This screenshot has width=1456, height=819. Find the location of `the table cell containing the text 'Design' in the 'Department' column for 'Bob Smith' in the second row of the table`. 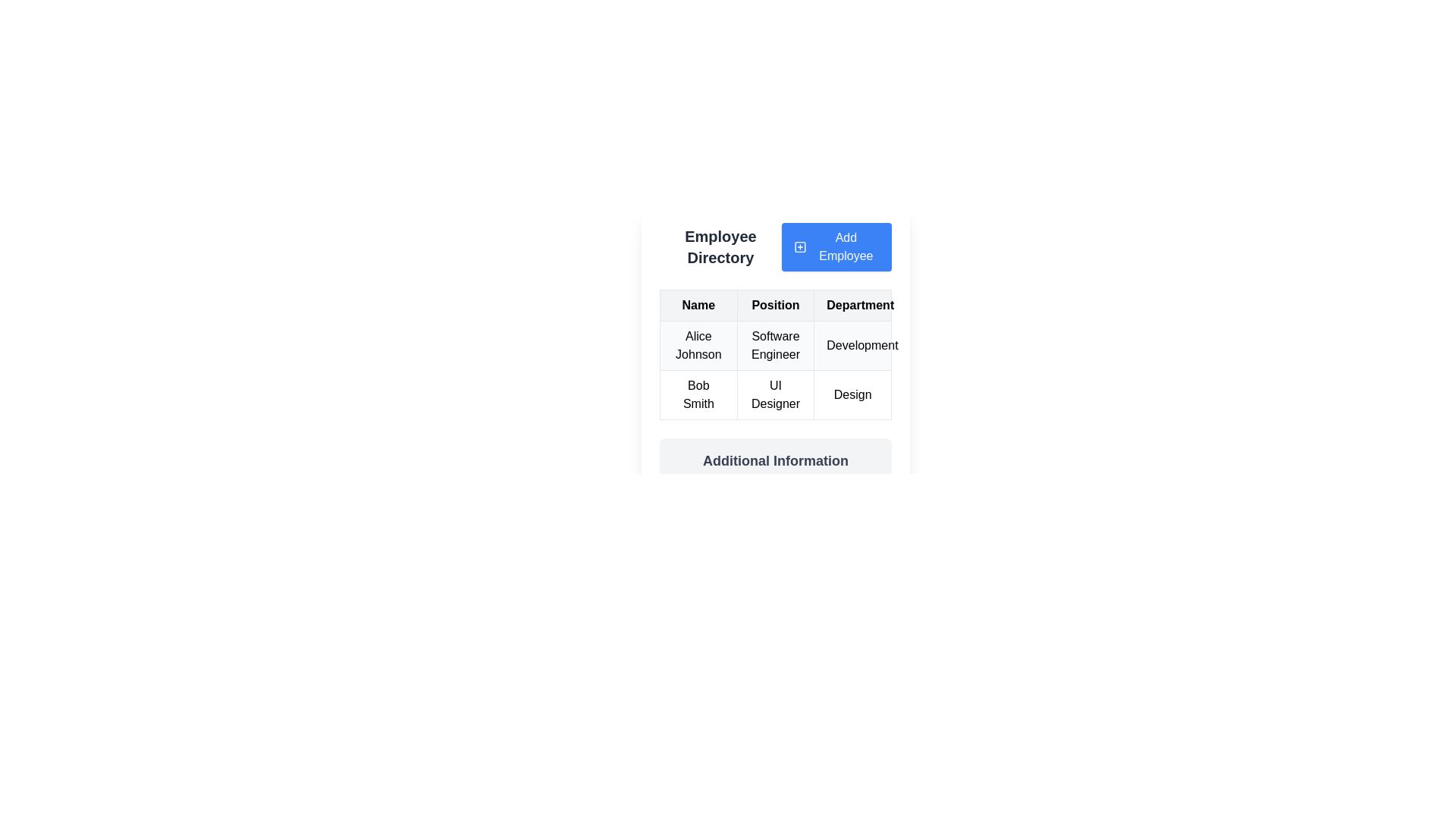

the table cell containing the text 'Design' in the 'Department' column for 'Bob Smith' in the second row of the table is located at coordinates (852, 394).